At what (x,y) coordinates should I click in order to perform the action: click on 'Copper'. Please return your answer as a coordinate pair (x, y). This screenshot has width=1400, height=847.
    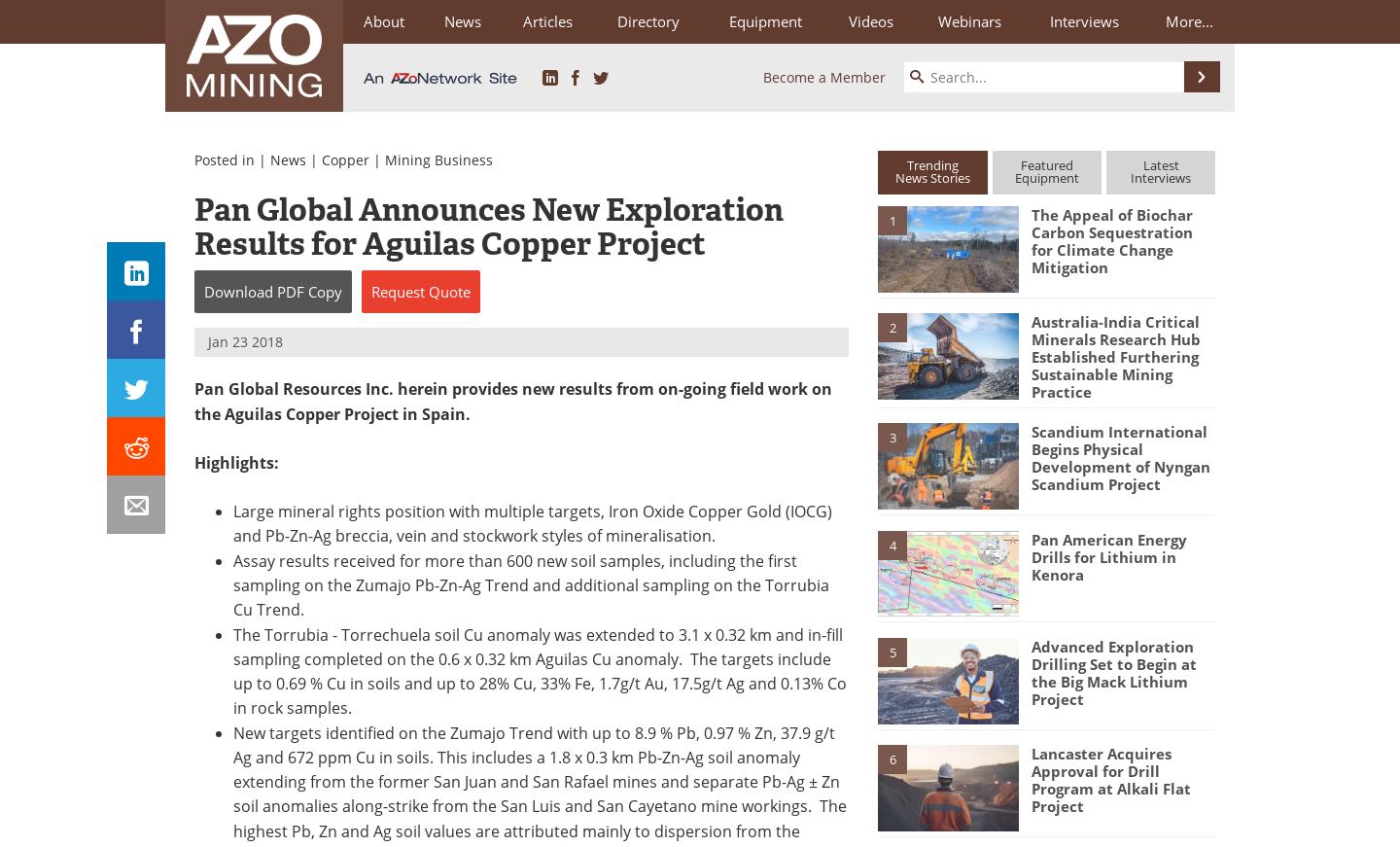
    Looking at the image, I should click on (345, 159).